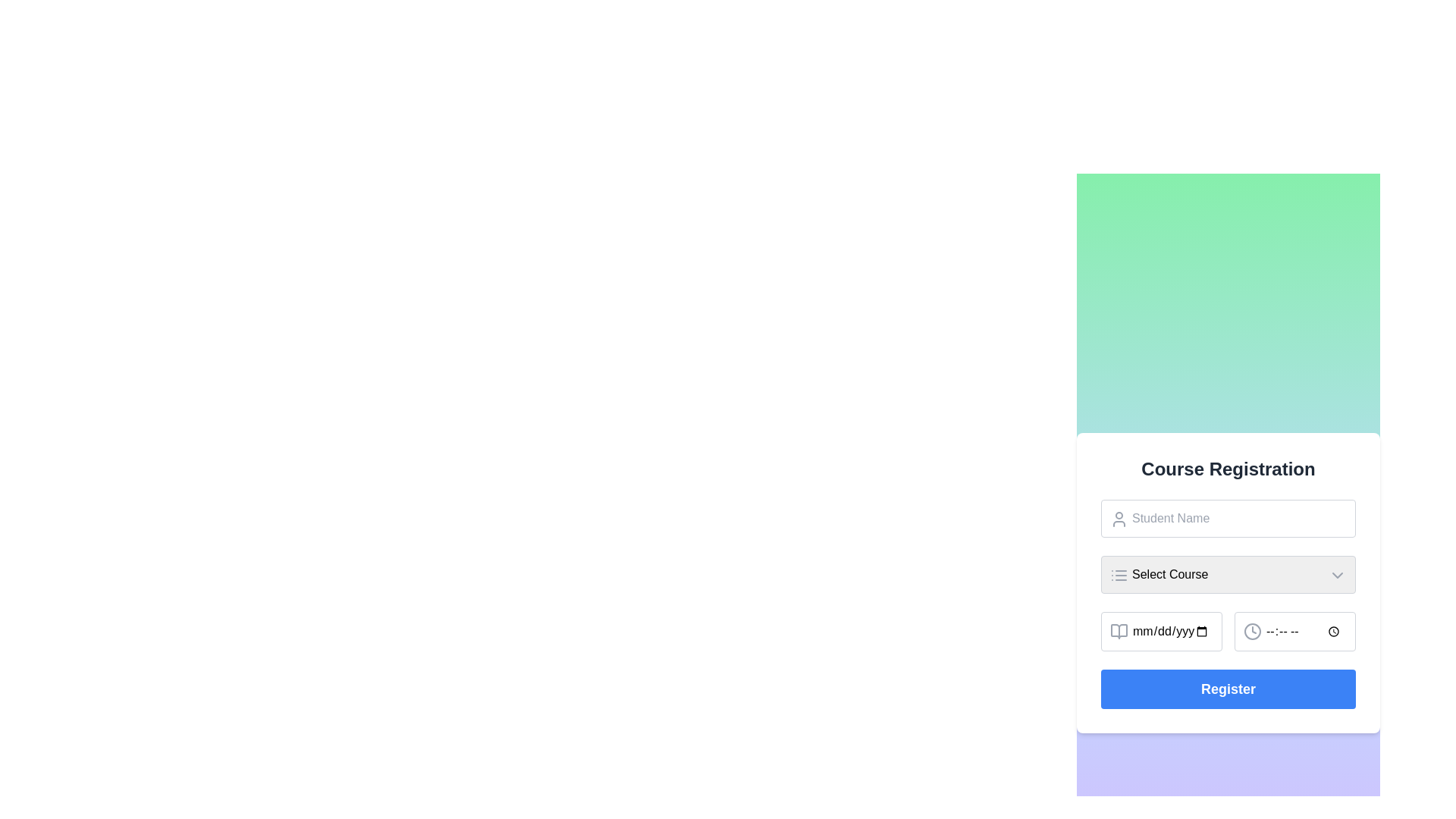  What do you see at coordinates (1119, 632) in the screenshot?
I see `the date-related icon located to the left of the 'mm/dd/yyyy' text field` at bounding box center [1119, 632].